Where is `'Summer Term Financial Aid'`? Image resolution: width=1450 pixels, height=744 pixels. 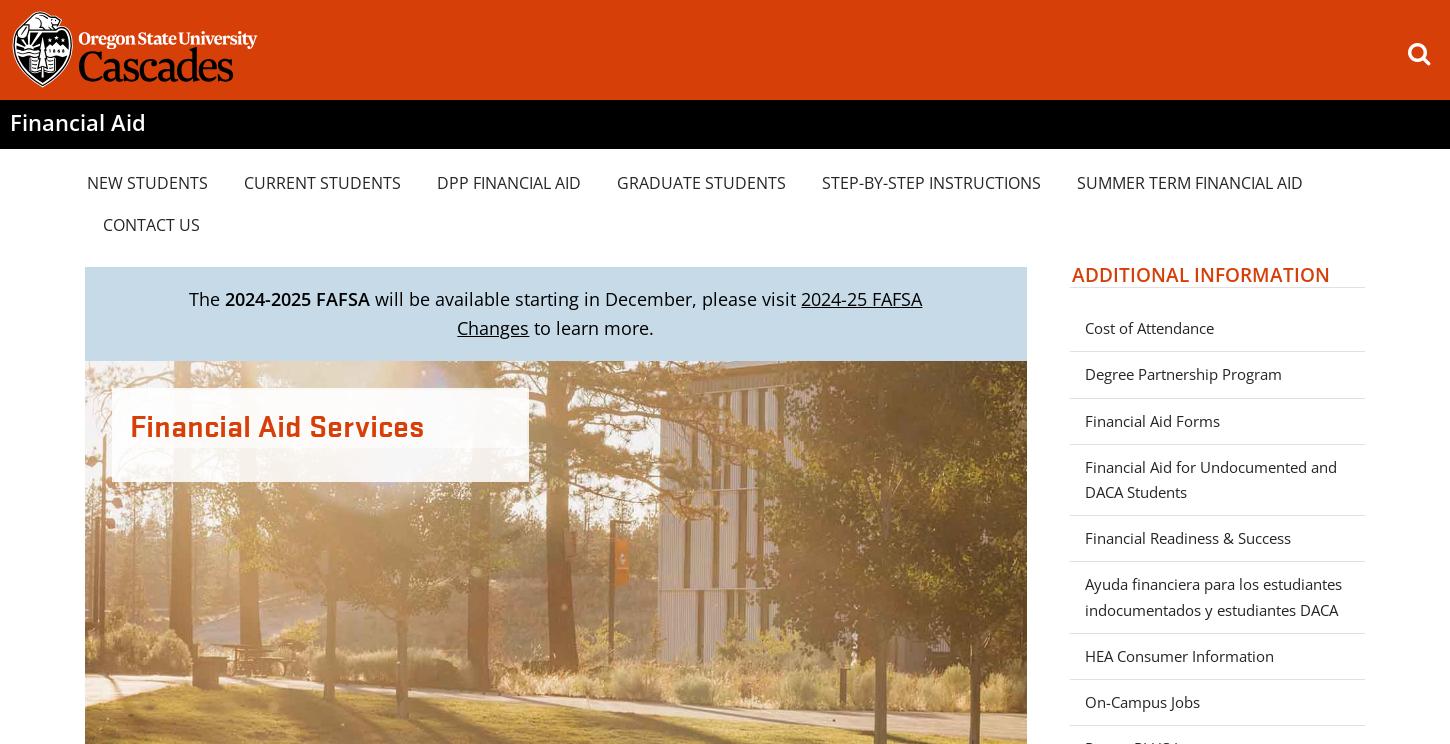
'Summer Term Financial Aid' is located at coordinates (1189, 180).